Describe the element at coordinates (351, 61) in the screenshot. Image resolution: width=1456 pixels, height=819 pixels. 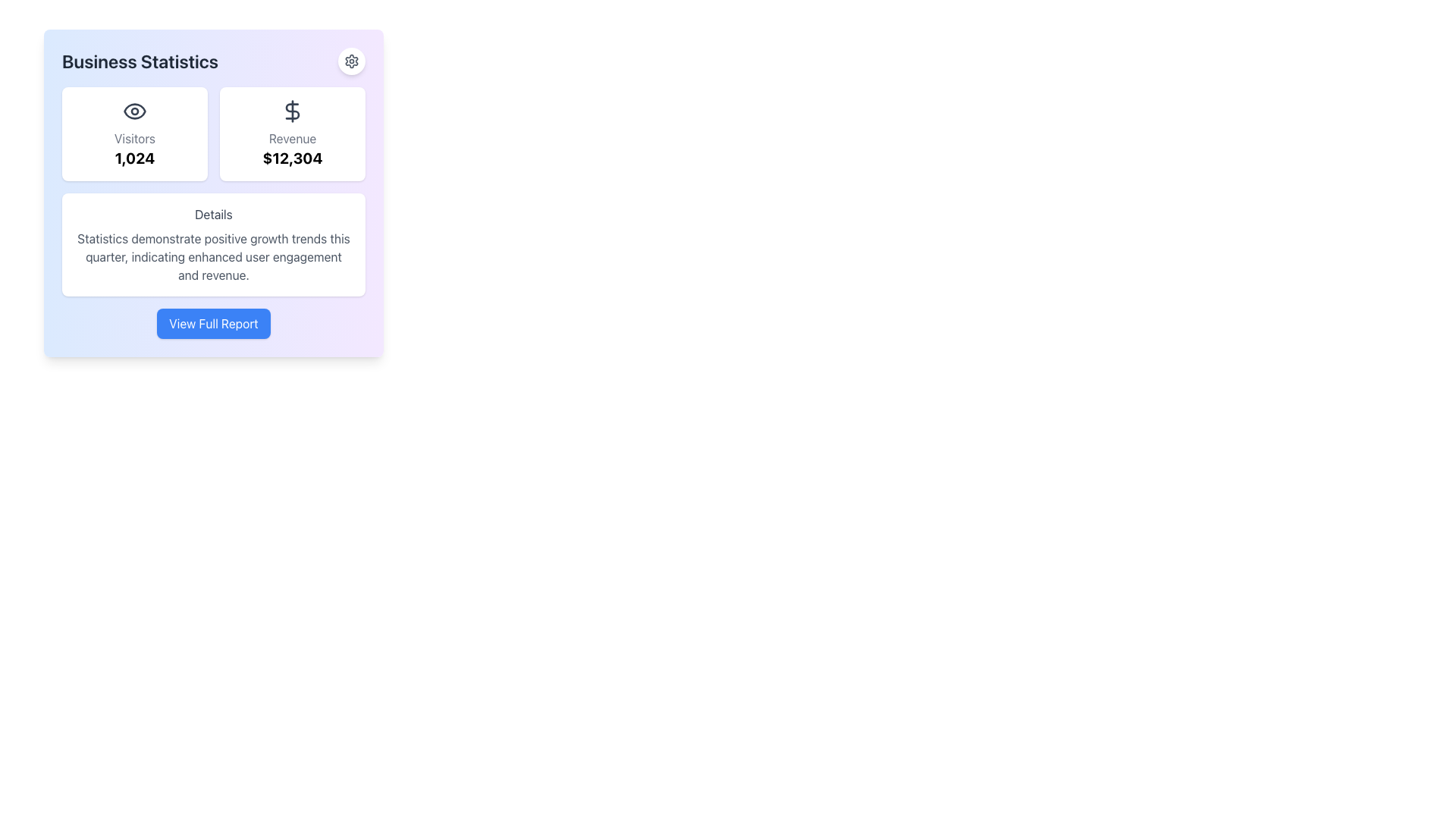
I see `the gear-like icon button located in the top-right corner of the 'Business Statistics' card to invoke the associated settings` at that location.